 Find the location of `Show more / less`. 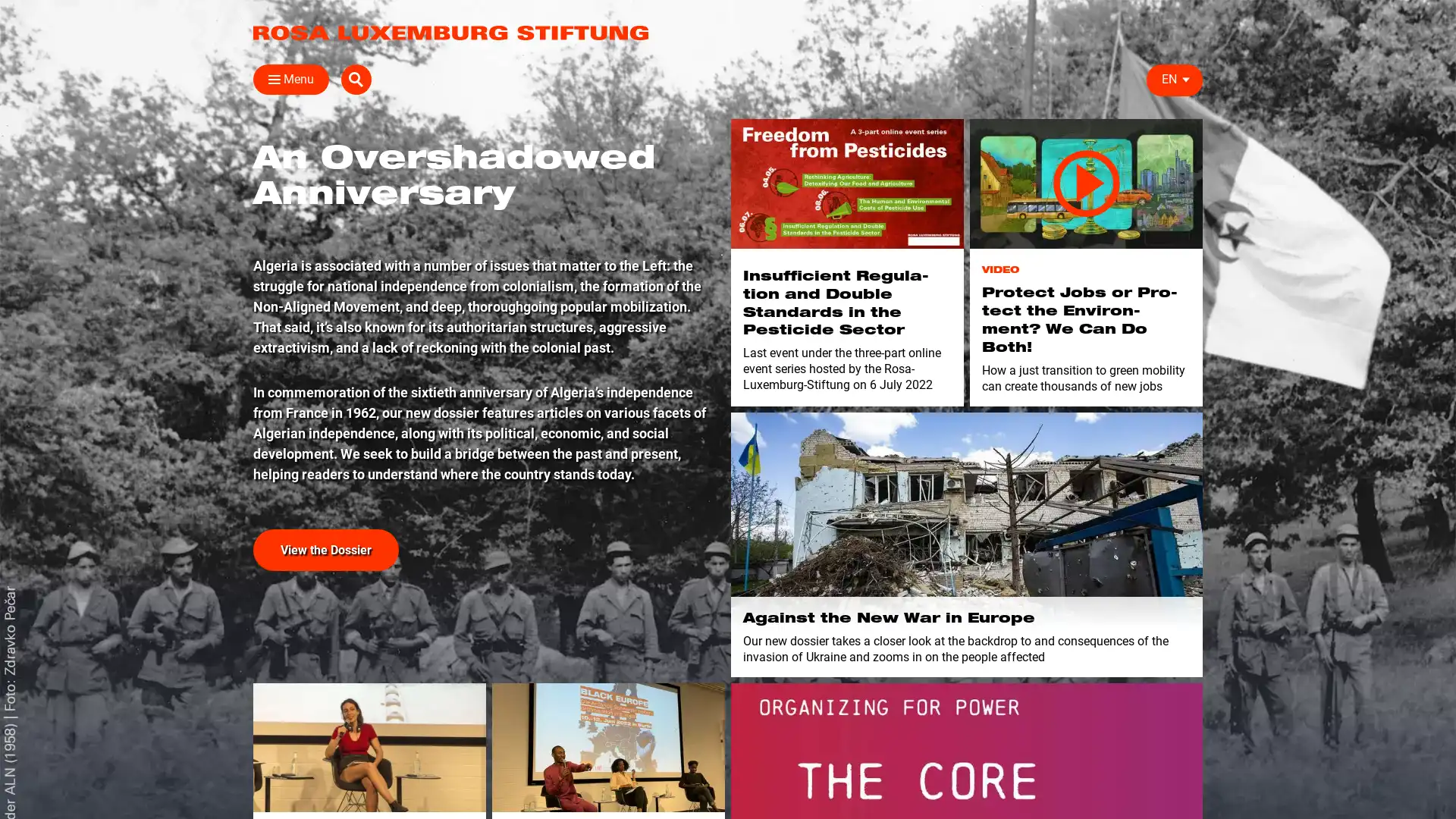

Show more / less is located at coordinates (246, 299).